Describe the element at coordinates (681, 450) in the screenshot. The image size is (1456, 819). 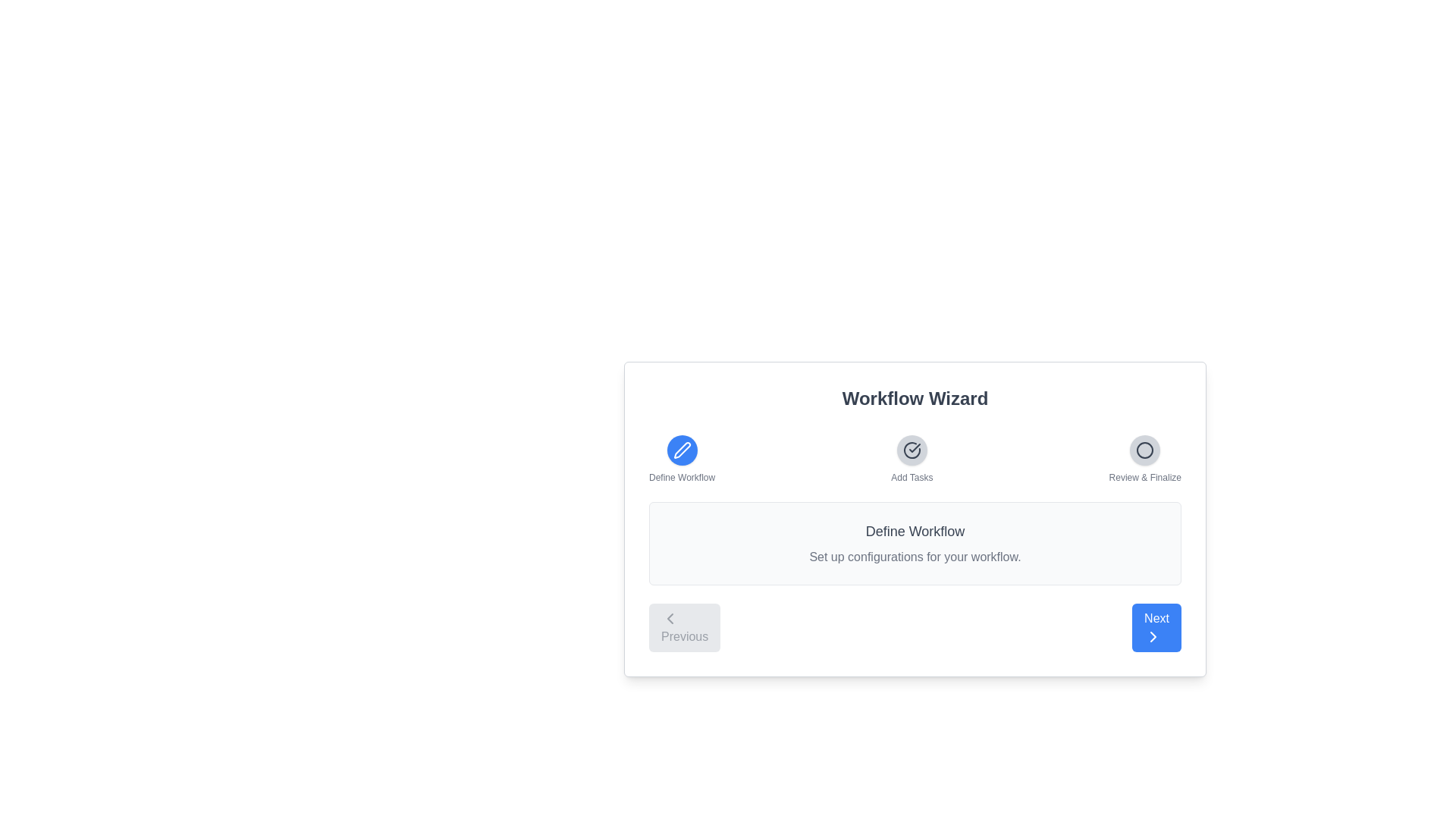
I see `the 'Define Workflow' icon located in the leftmost circle of the three icons at the top of the 'Workflow Wizard' interface` at that location.